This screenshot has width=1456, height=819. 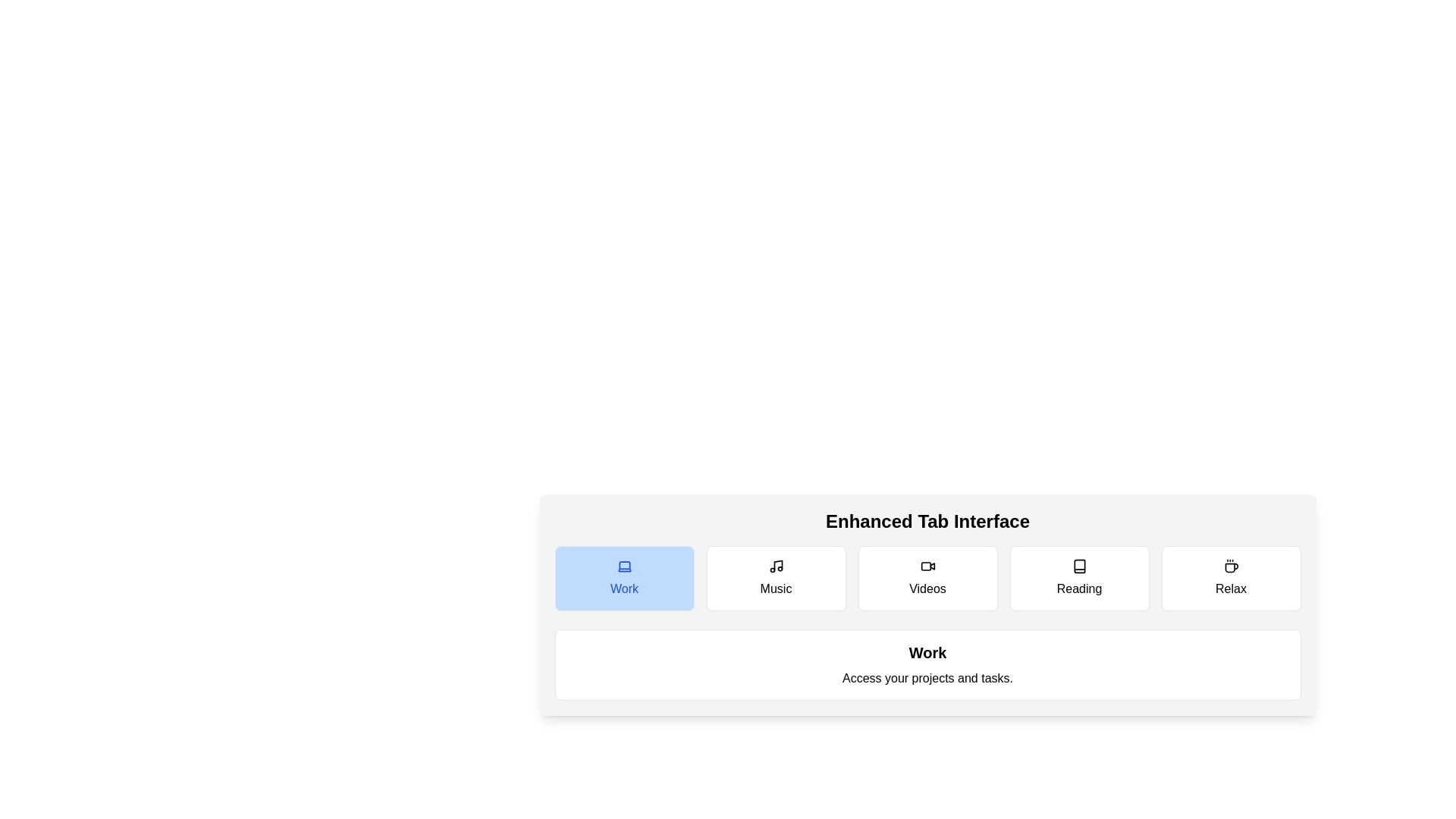 What do you see at coordinates (1078, 579) in the screenshot?
I see `the tab button corresponding to Reading` at bounding box center [1078, 579].